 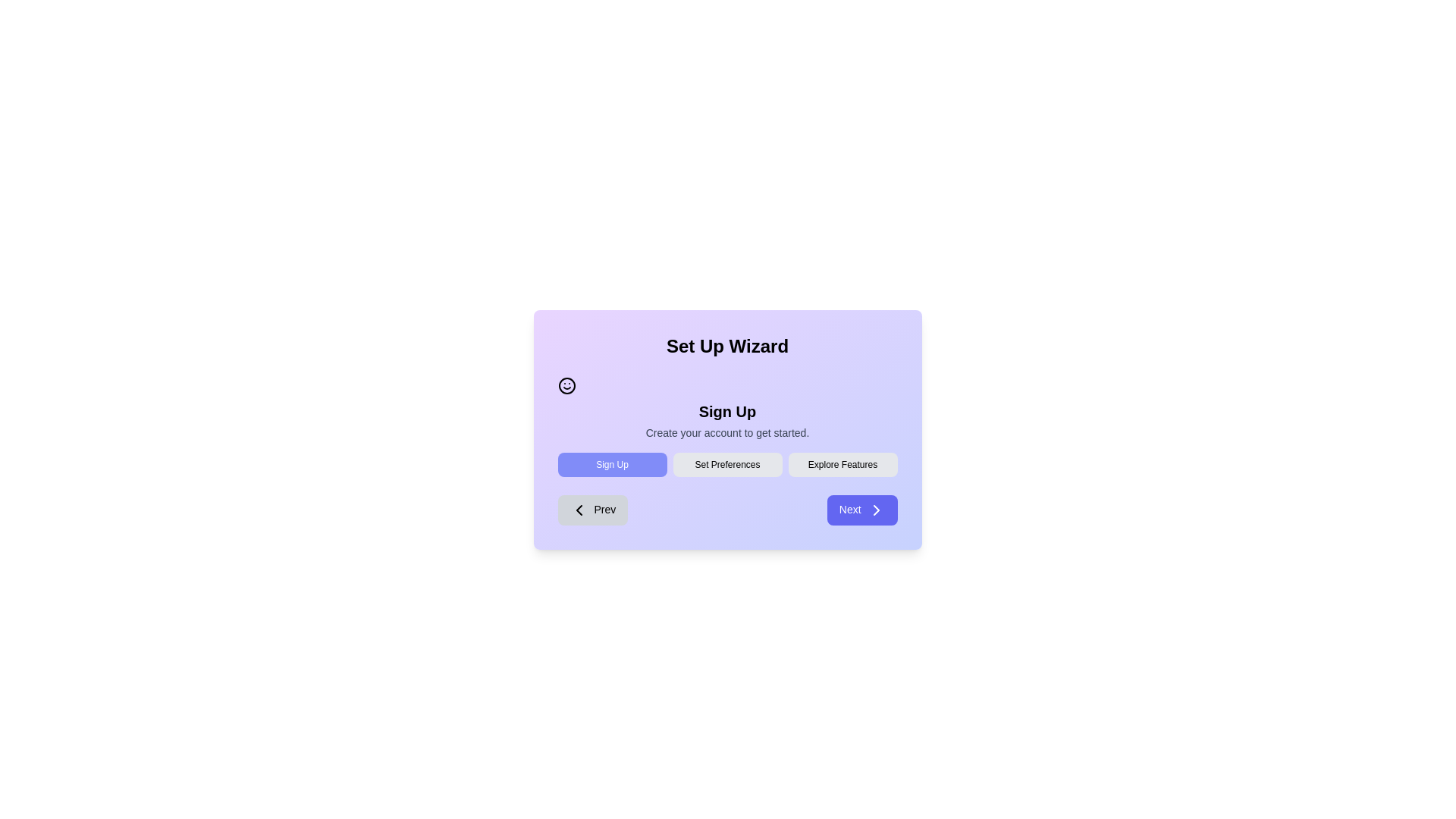 What do you see at coordinates (842, 464) in the screenshot?
I see `text label within the button located to the right of the 'Set Preferences' button in the 'Set Up Wizard' dialog` at bounding box center [842, 464].